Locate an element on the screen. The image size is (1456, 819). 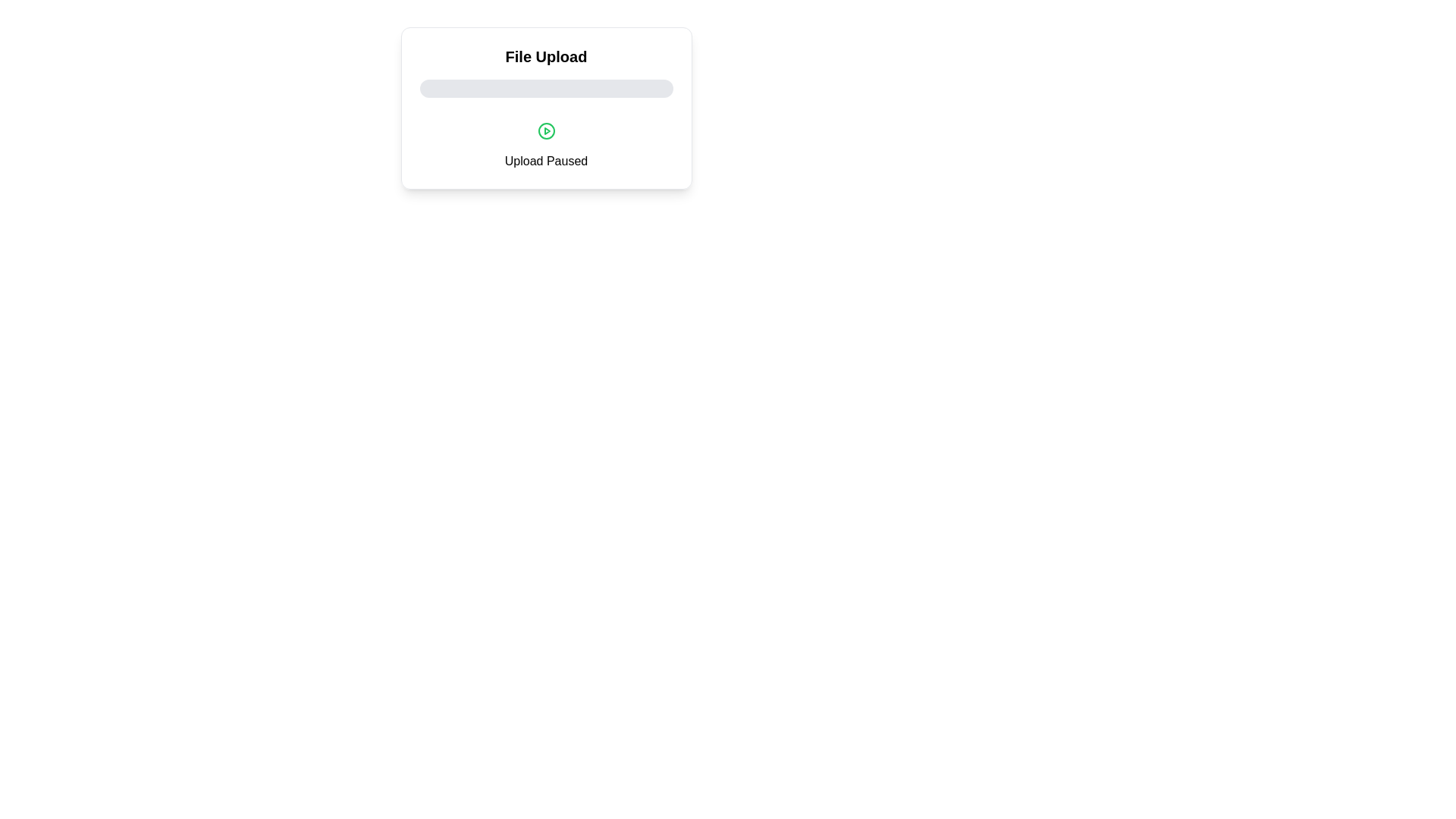
the green circular play icon, which is a distinct interactive component positioned between the progress bar and the text 'Upload Paused' is located at coordinates (546, 130).